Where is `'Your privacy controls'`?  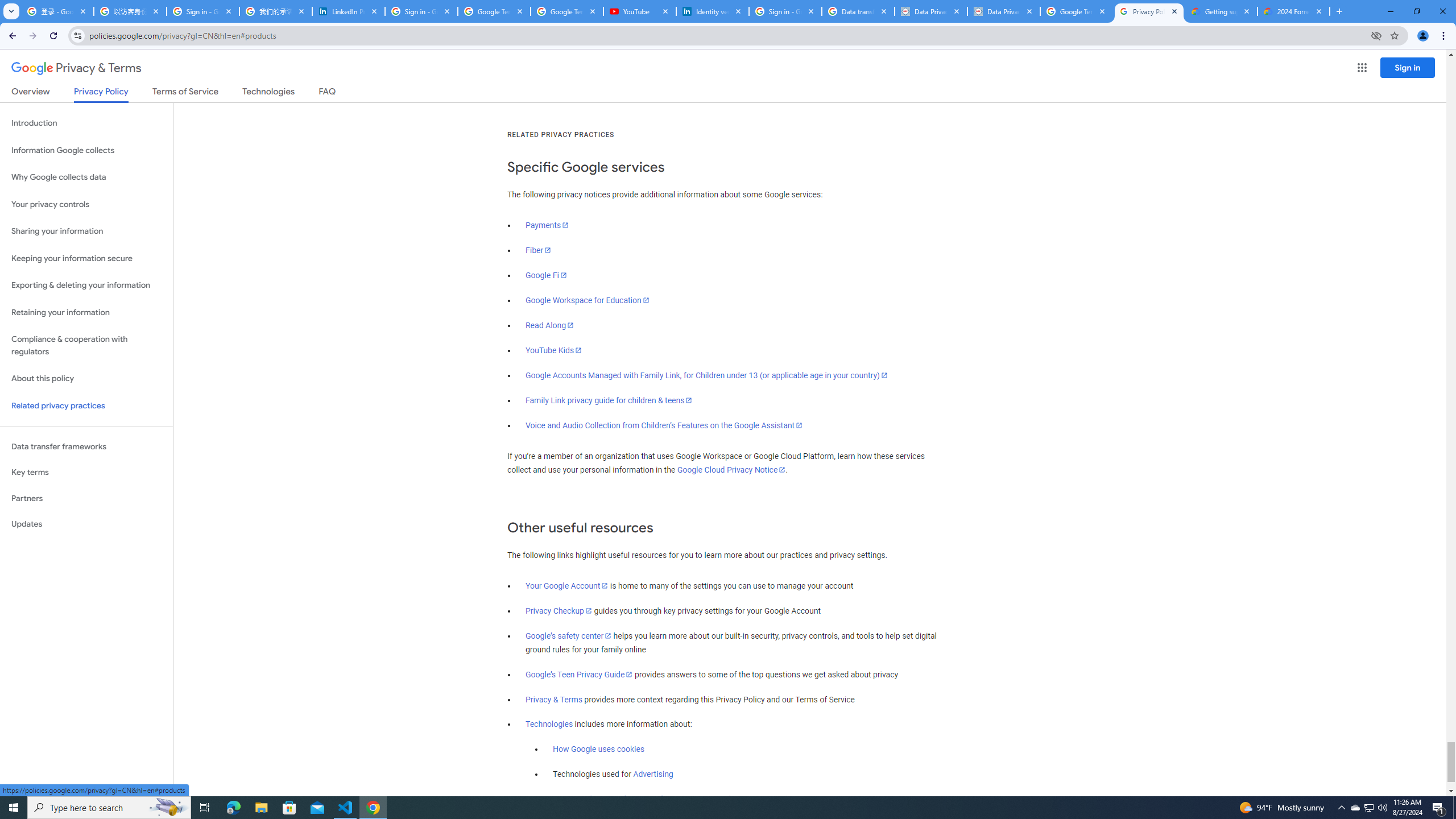 'Your privacy controls' is located at coordinates (86, 205).